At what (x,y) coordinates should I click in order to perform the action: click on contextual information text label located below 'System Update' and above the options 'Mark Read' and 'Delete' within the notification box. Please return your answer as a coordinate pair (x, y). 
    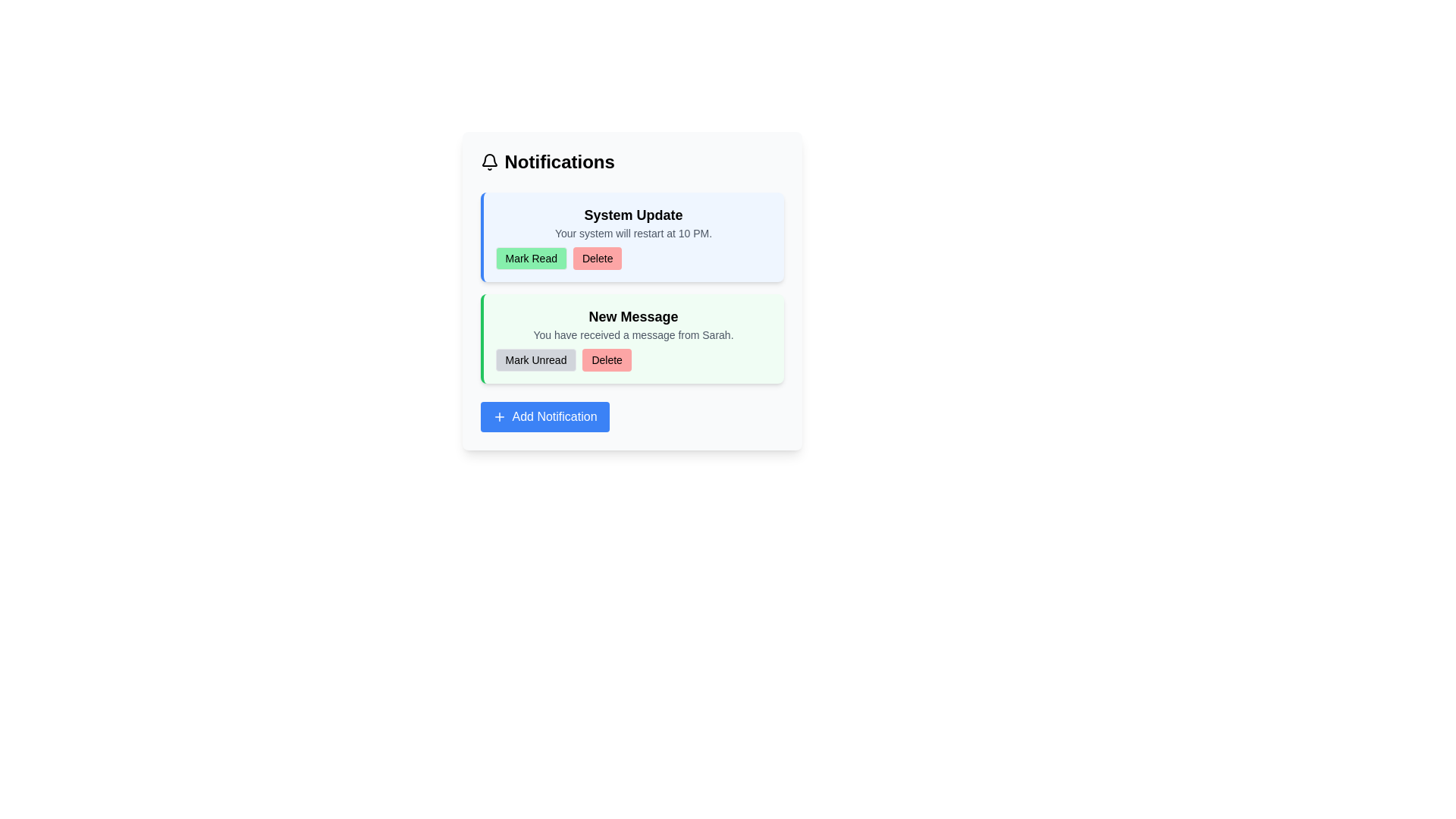
    Looking at the image, I should click on (633, 234).